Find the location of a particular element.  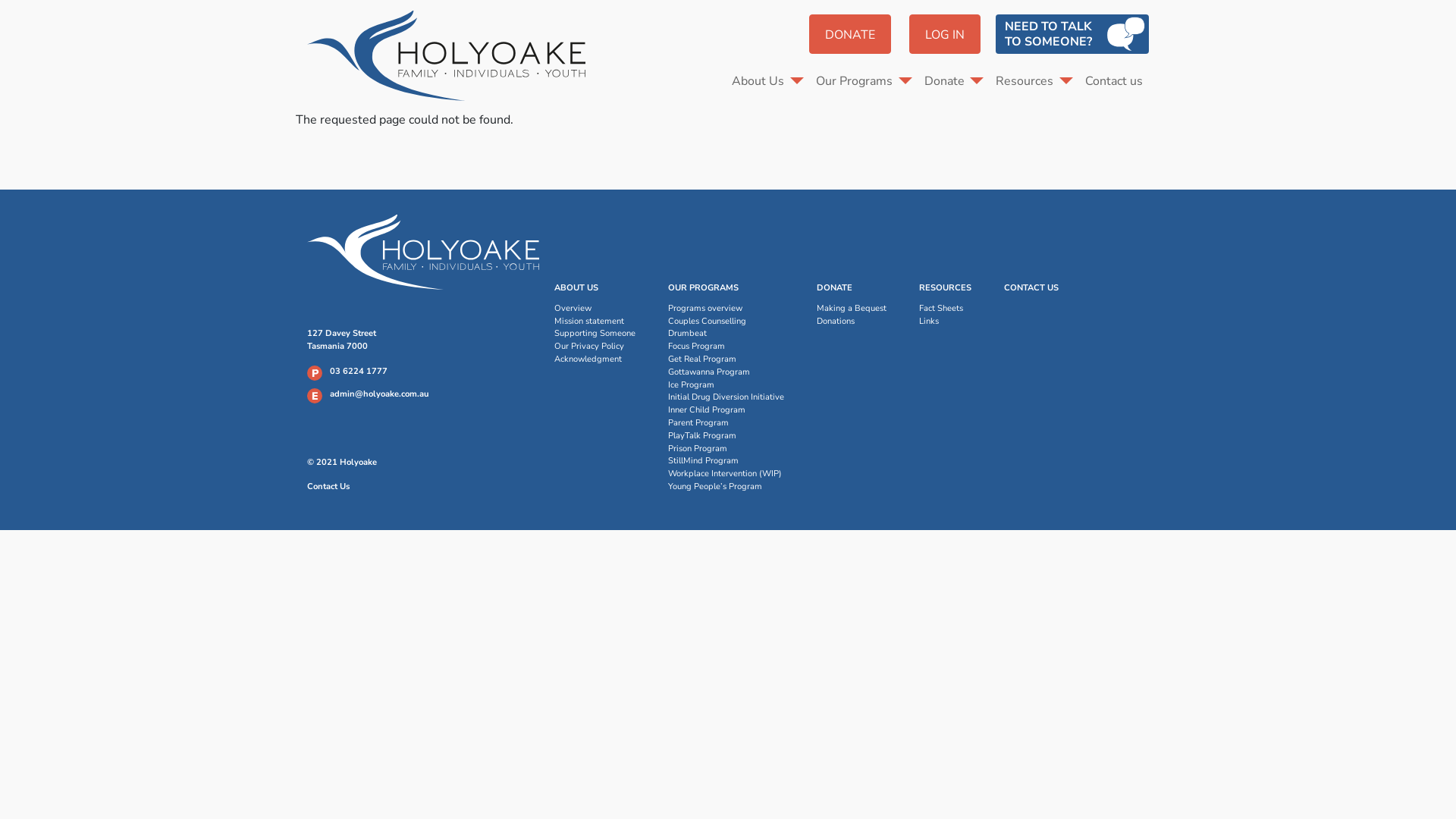

'Inner Child Program' is located at coordinates (725, 410).